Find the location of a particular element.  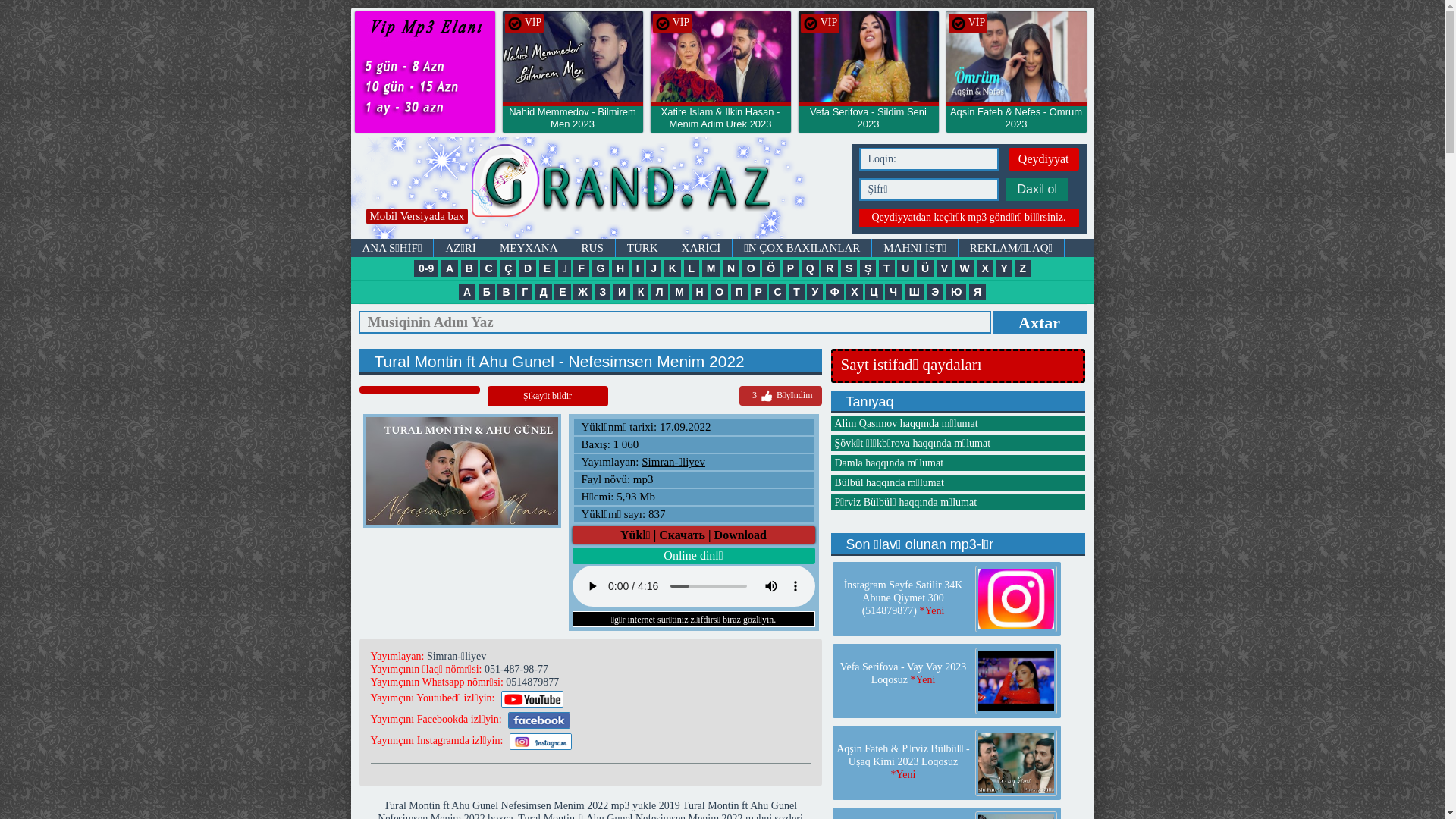

'W' is located at coordinates (954, 268).